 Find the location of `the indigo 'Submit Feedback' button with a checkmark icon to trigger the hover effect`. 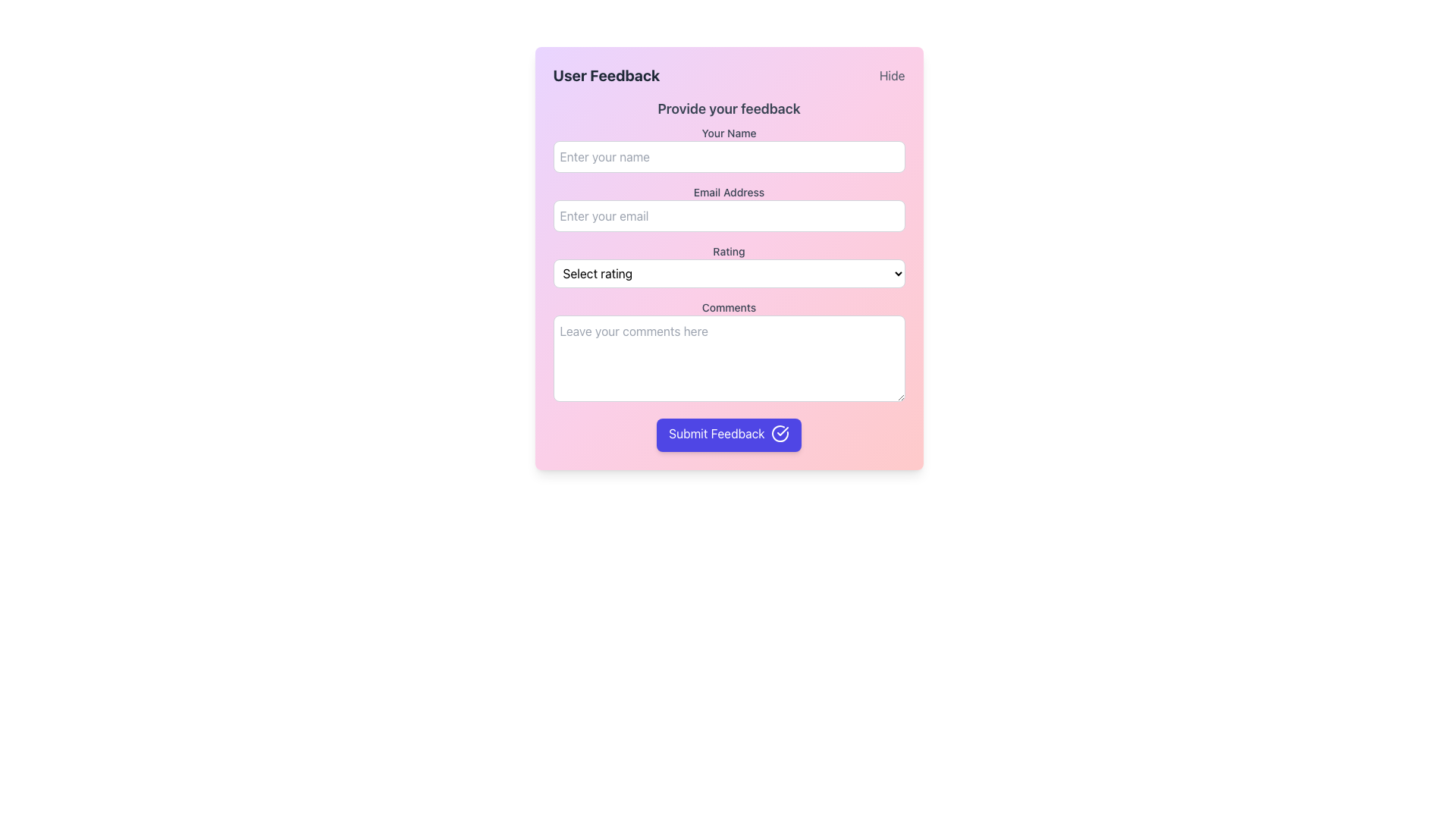

the indigo 'Submit Feedback' button with a checkmark icon to trigger the hover effect is located at coordinates (729, 435).